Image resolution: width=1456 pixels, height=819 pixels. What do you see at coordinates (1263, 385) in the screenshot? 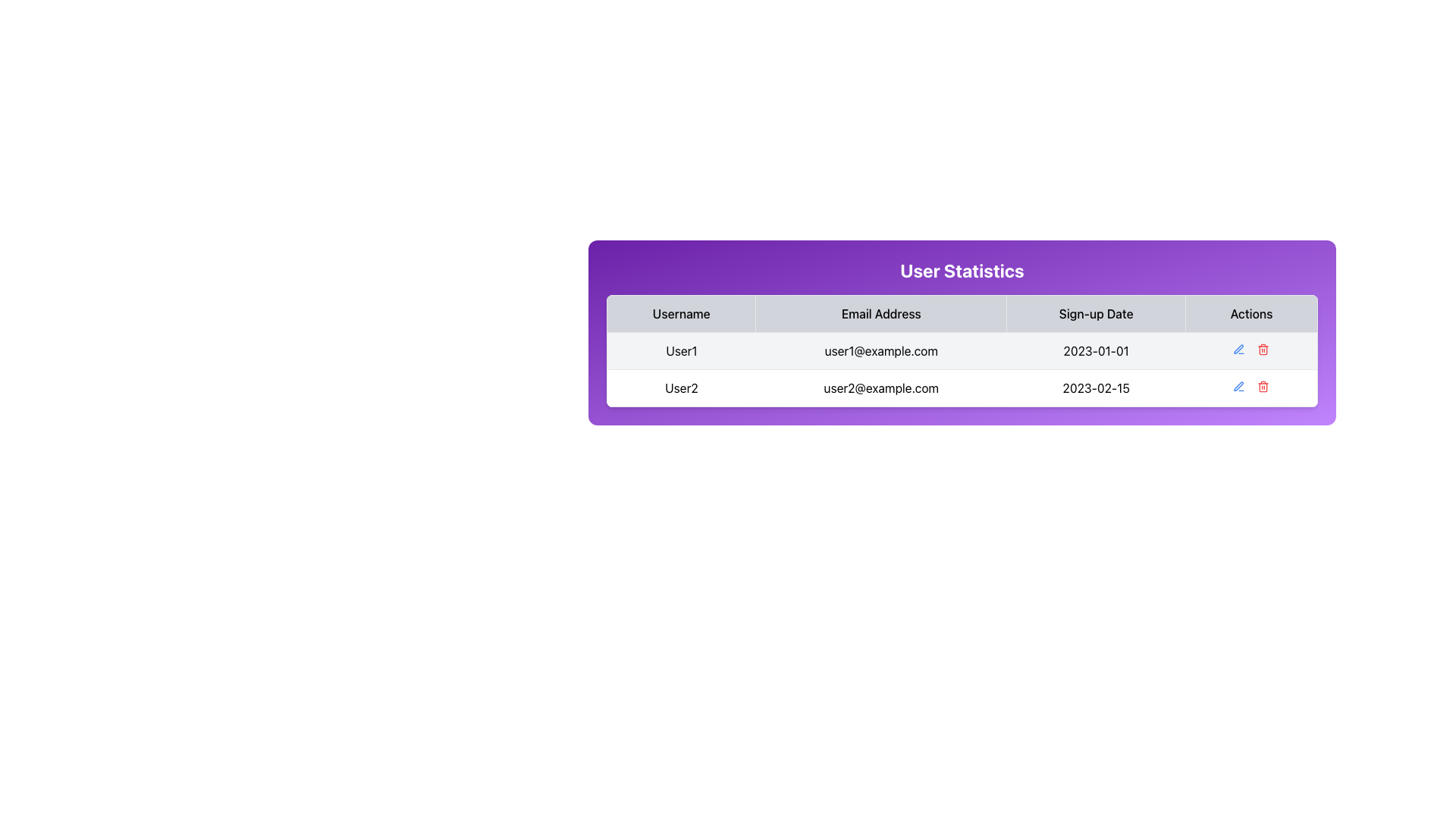
I see `the delete icon button in the Actions column of the second row` at bounding box center [1263, 385].